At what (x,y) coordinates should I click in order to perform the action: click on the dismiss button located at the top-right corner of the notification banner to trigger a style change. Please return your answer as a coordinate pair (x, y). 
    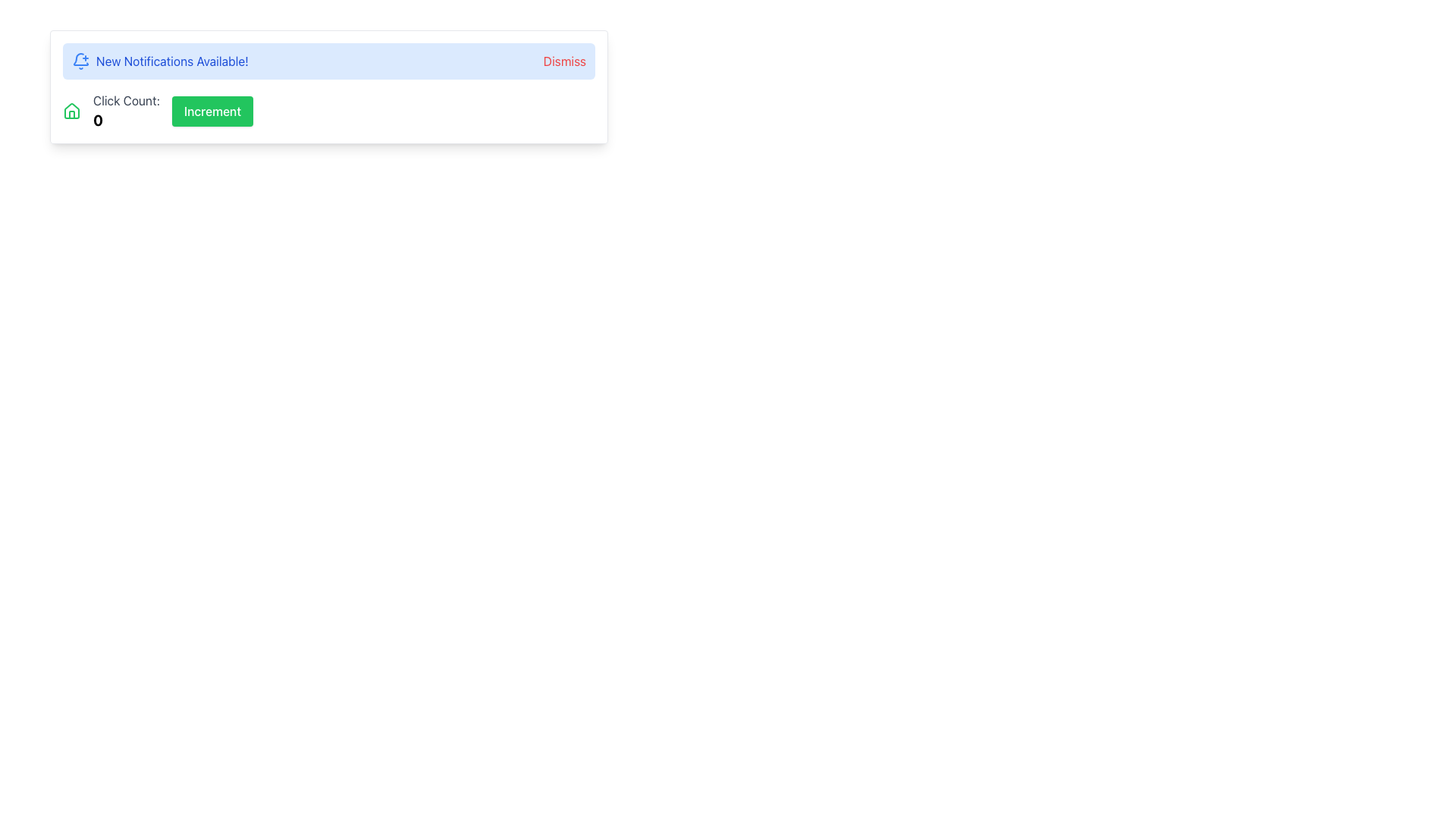
    Looking at the image, I should click on (563, 61).